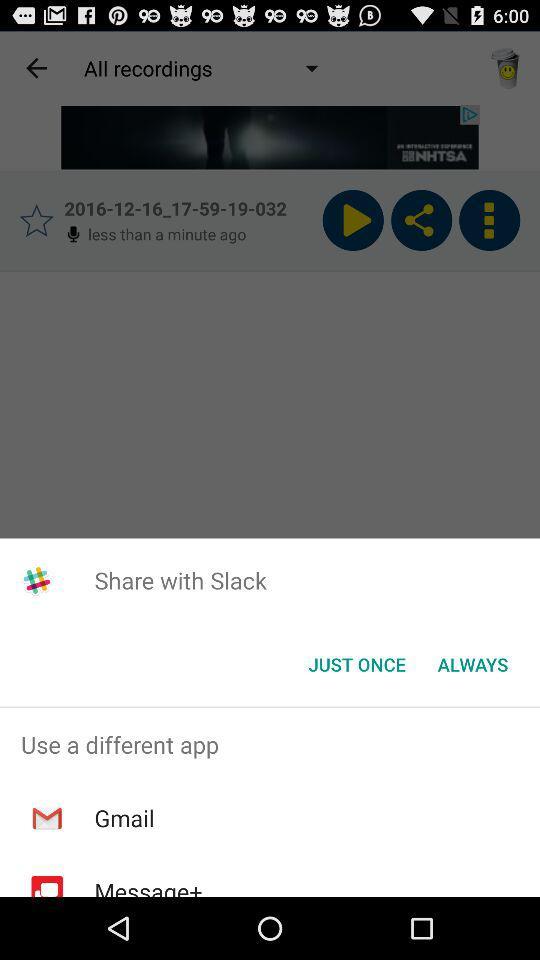 This screenshot has height=960, width=540. I want to click on the icon below share with slack icon, so click(472, 664).